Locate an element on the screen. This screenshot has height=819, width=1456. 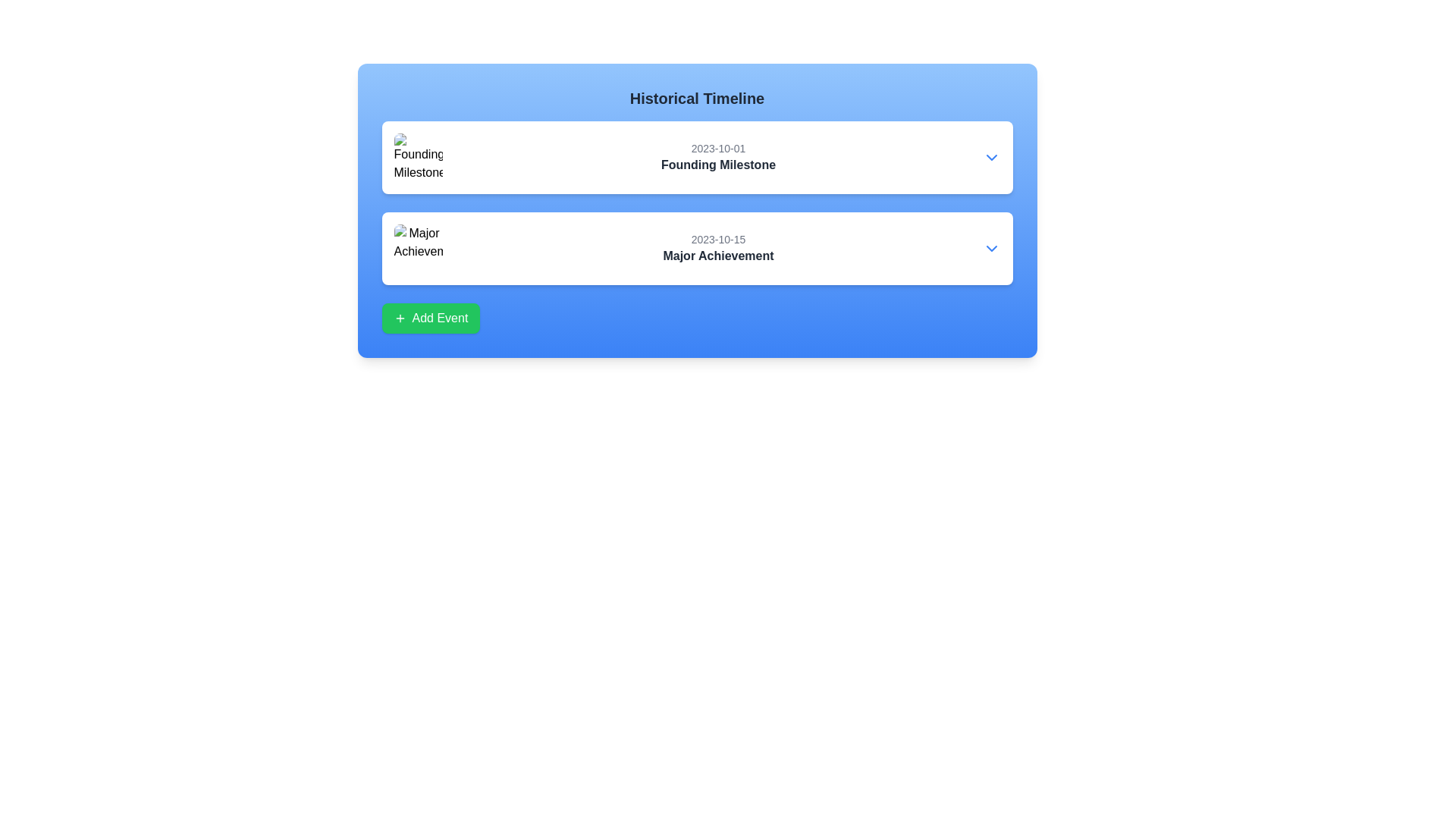
the small rounded square icon located to the left of the text 'Major Achievement' in the timeline entry dated 2023-10-15 is located at coordinates (418, 247).